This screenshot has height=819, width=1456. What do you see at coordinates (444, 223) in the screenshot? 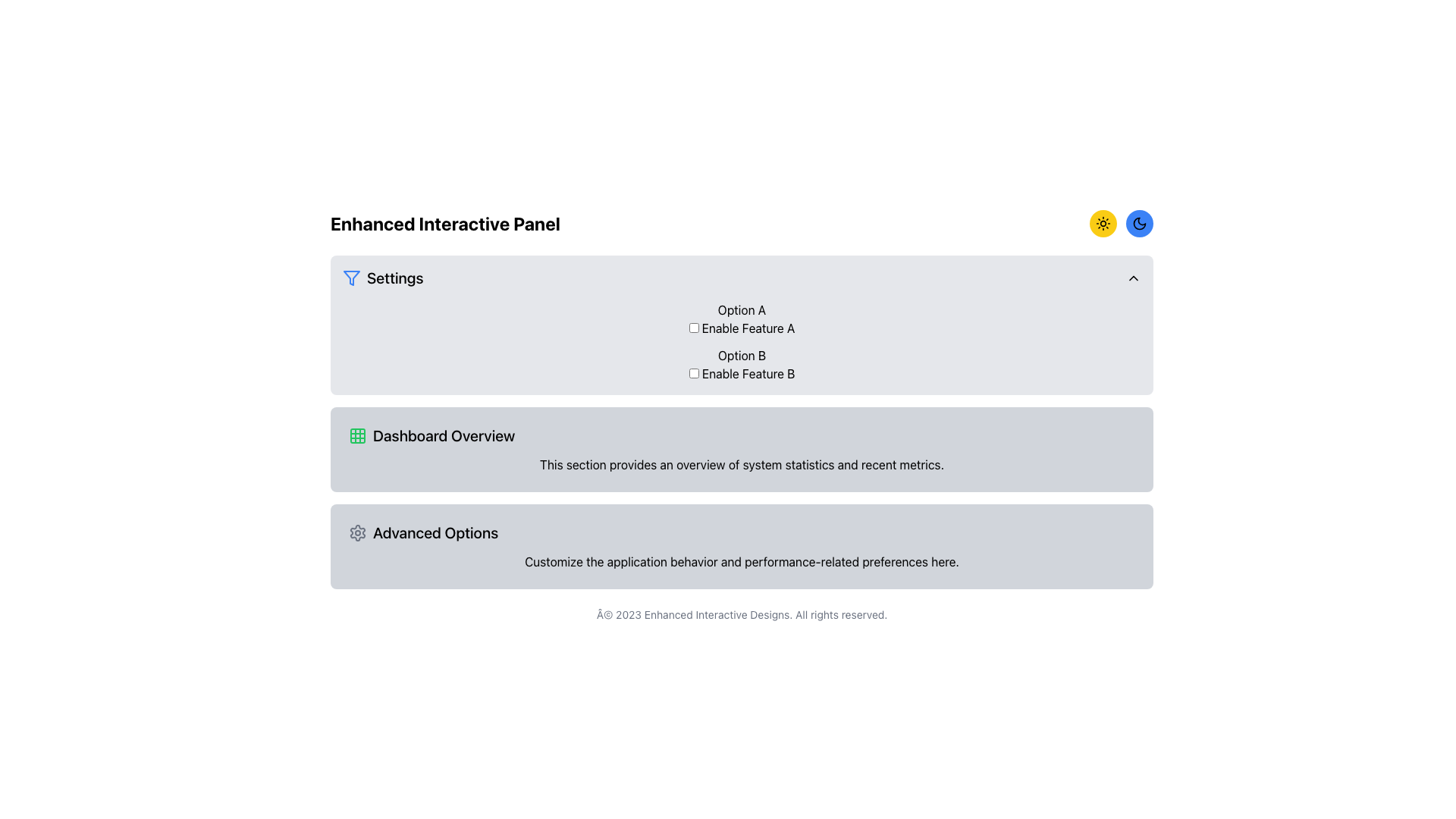
I see `the bold header text element reading 'Enhanced Interactive Panel' located at the top of the page` at bounding box center [444, 223].